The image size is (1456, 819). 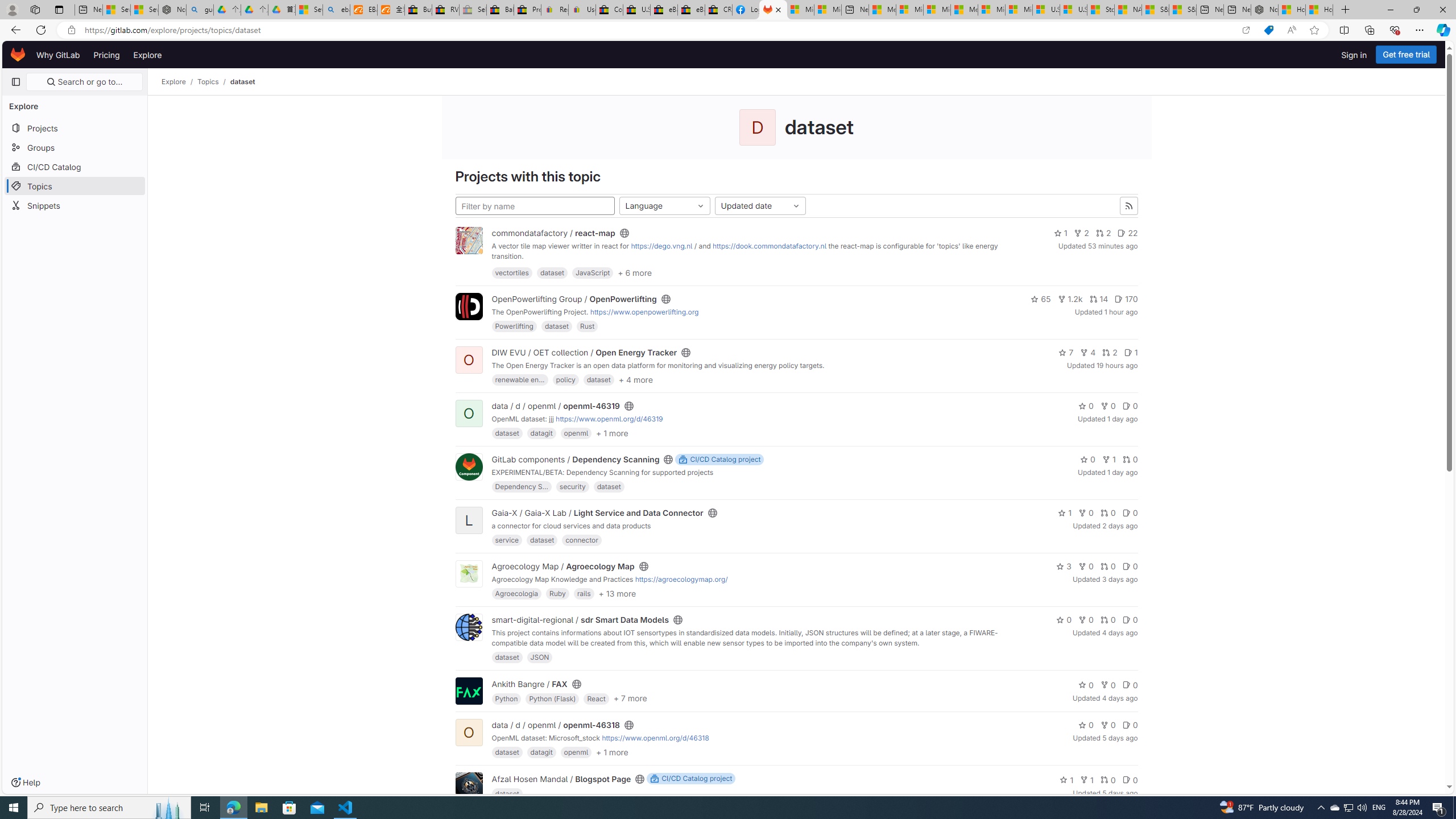 What do you see at coordinates (14, 29) in the screenshot?
I see `'Back'` at bounding box center [14, 29].